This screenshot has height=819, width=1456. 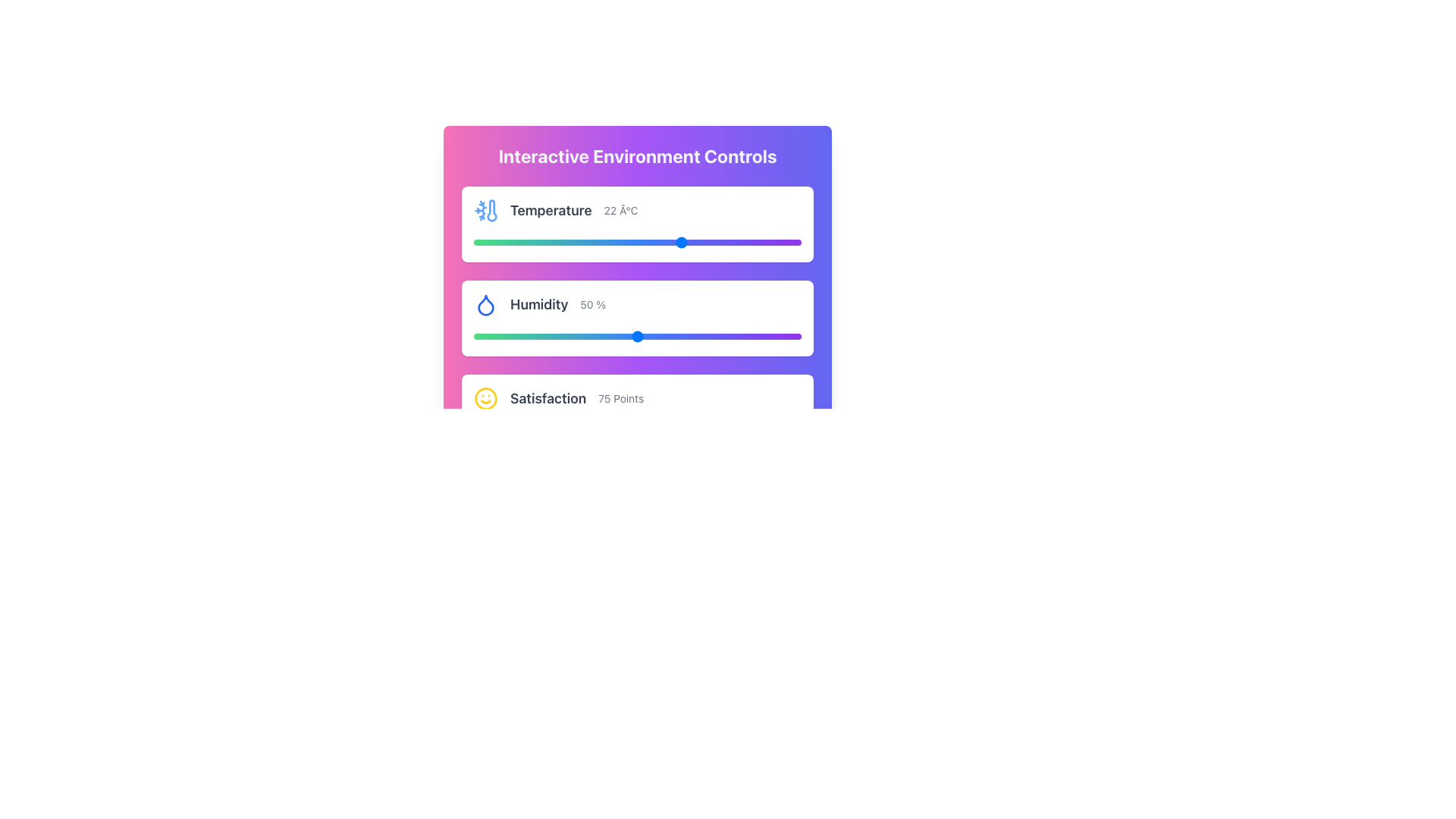 I want to click on the blue circle of the humidity slider control, so click(x=637, y=318).